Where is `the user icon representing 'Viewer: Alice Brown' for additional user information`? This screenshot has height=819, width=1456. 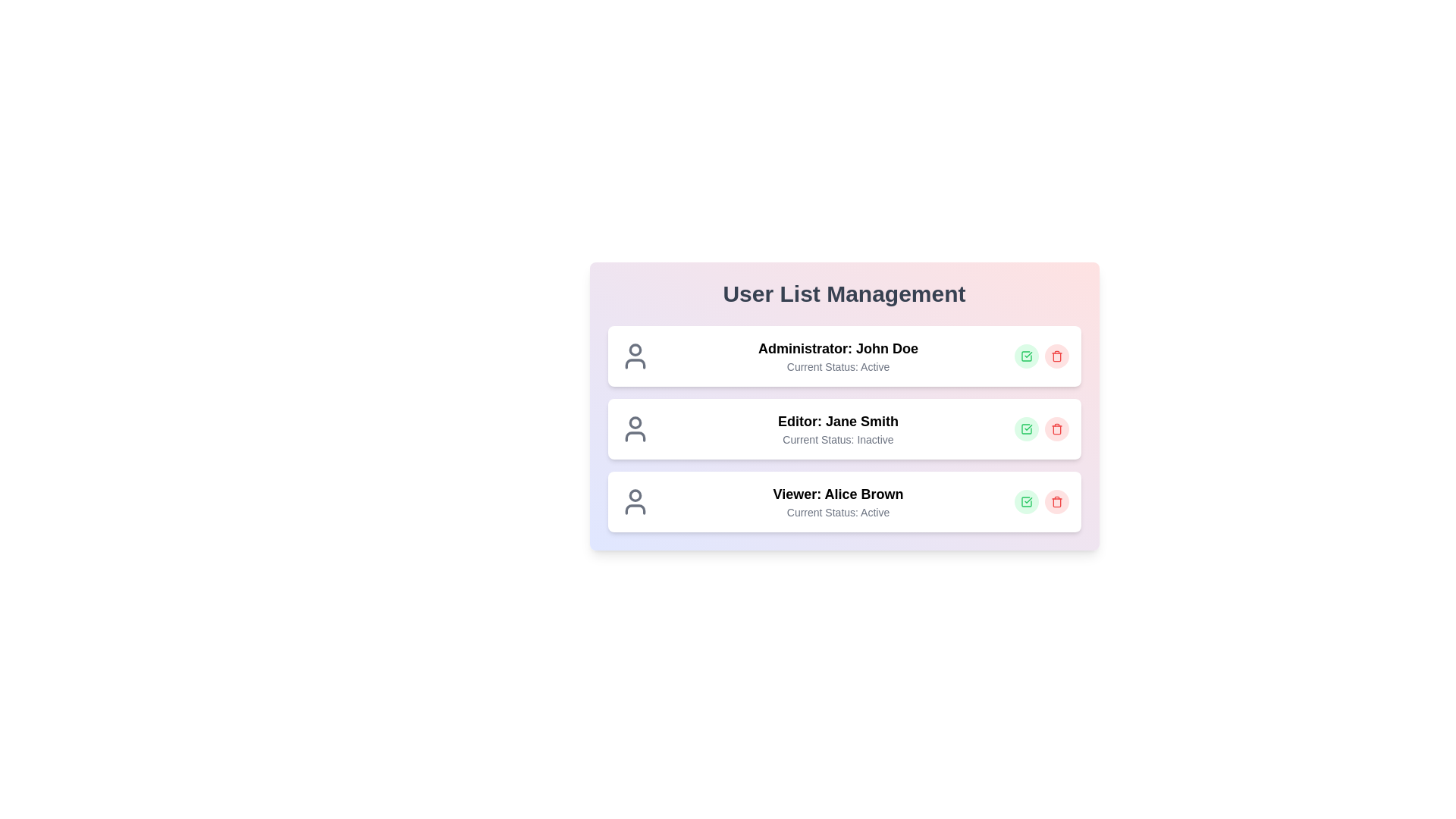
the user icon representing 'Viewer: Alice Brown' for additional user information is located at coordinates (635, 502).